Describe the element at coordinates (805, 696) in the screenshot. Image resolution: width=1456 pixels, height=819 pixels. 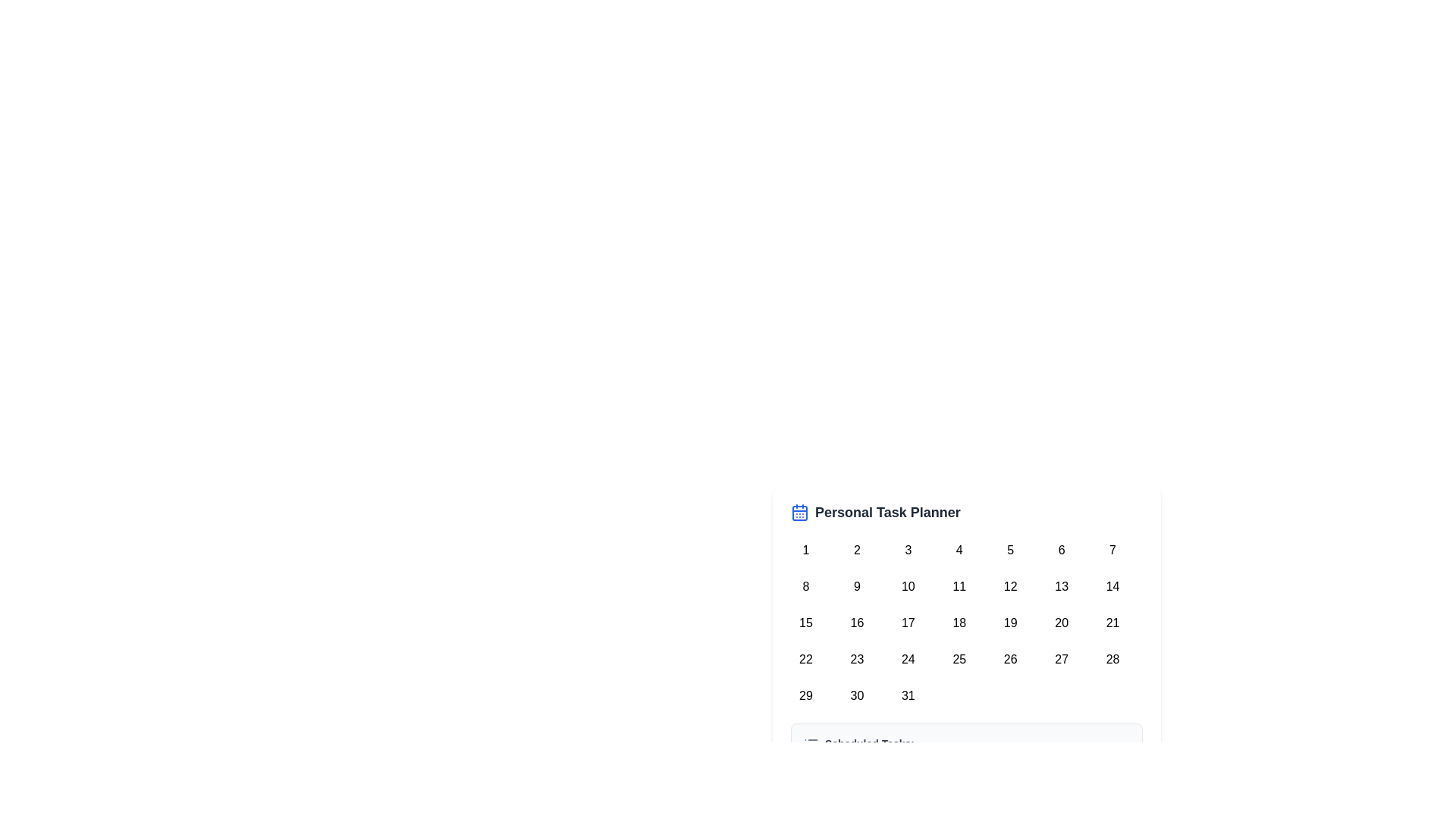
I see `the day selector button for the date '29' in the Personal Task Planner calendar to change its background color` at that location.